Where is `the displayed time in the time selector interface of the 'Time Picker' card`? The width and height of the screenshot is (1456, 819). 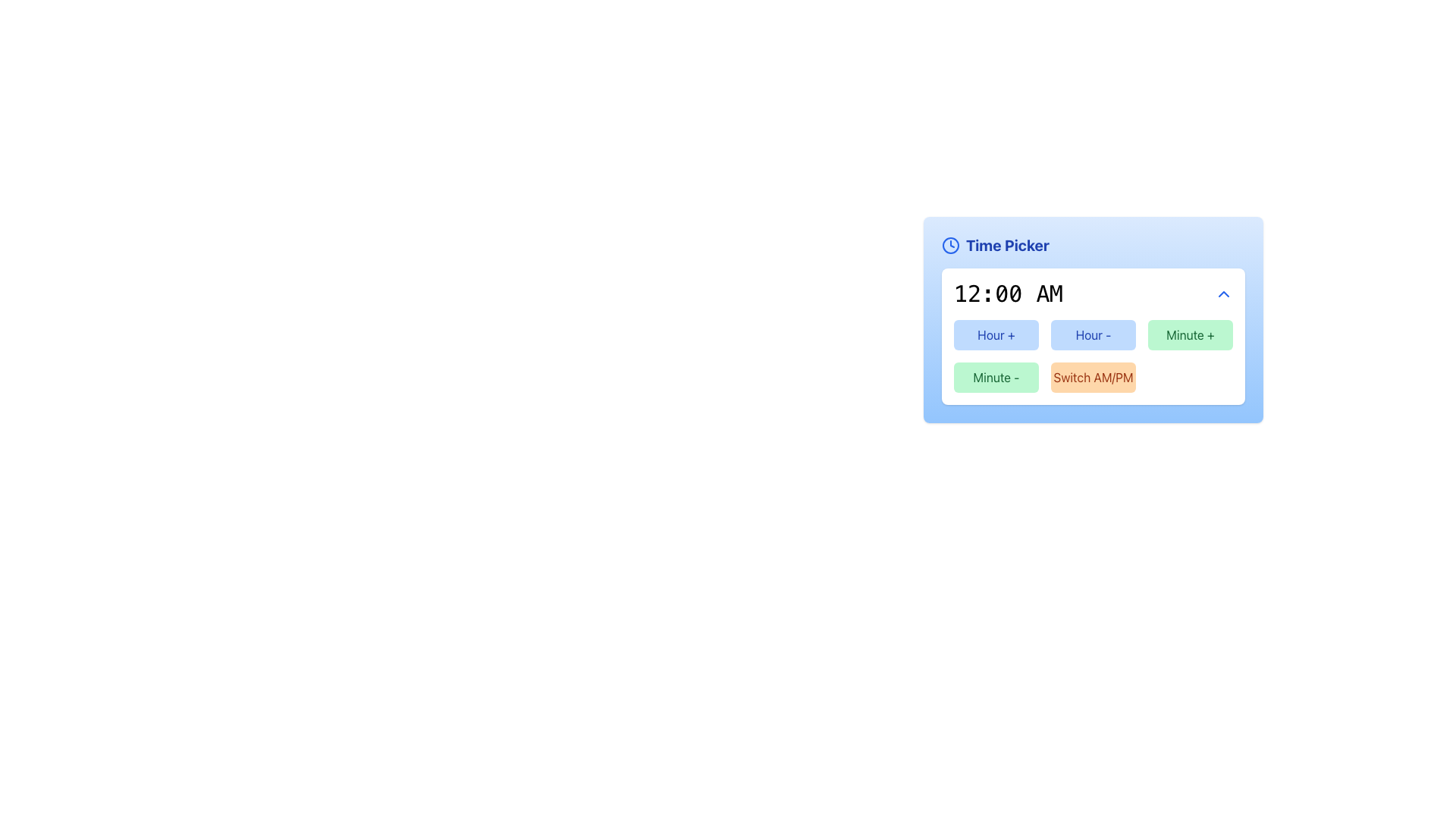 the displayed time in the time selector interface of the 'Time Picker' card is located at coordinates (1093, 335).